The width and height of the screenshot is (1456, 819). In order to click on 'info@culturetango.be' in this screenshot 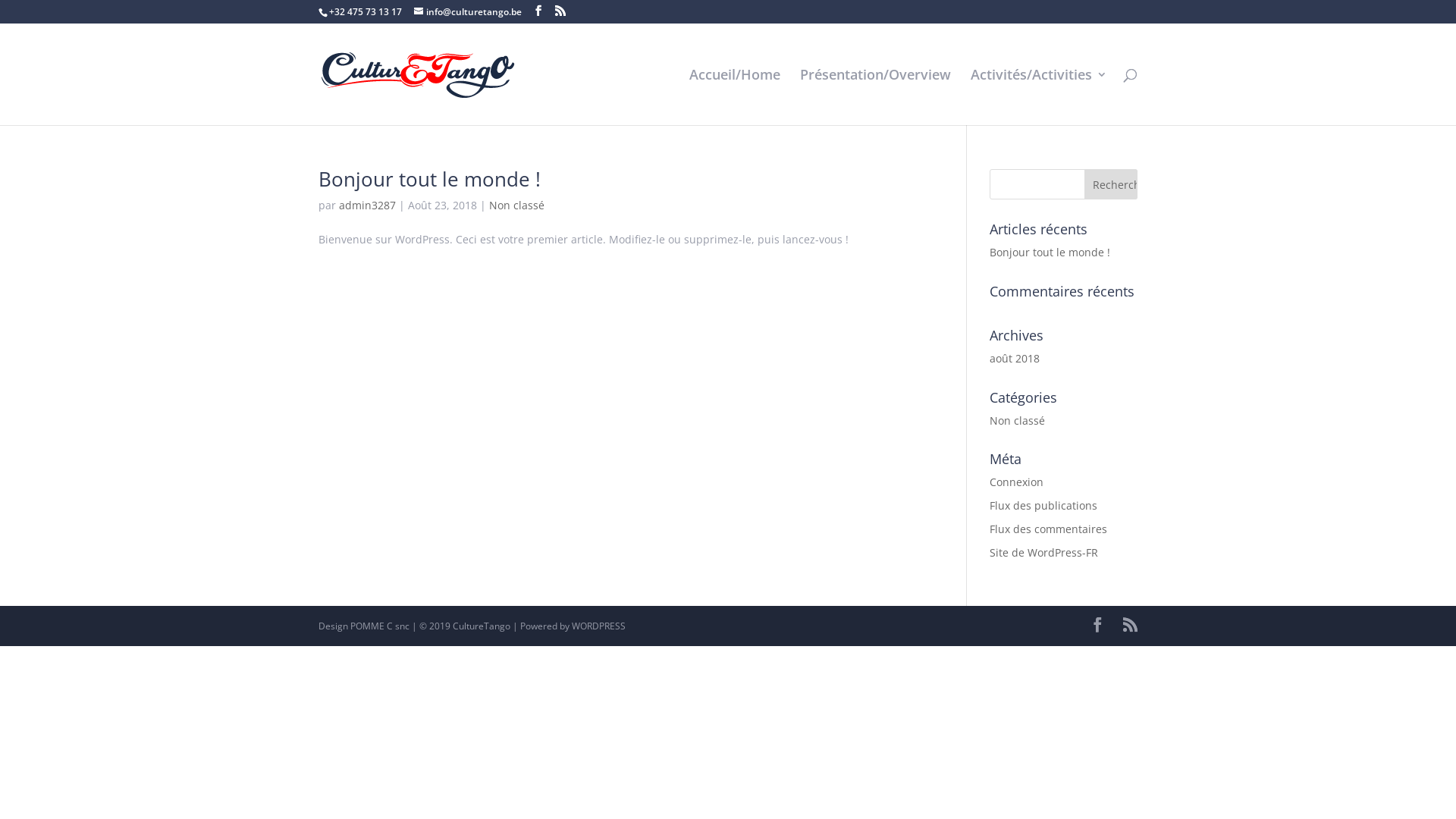, I will do `click(467, 11)`.